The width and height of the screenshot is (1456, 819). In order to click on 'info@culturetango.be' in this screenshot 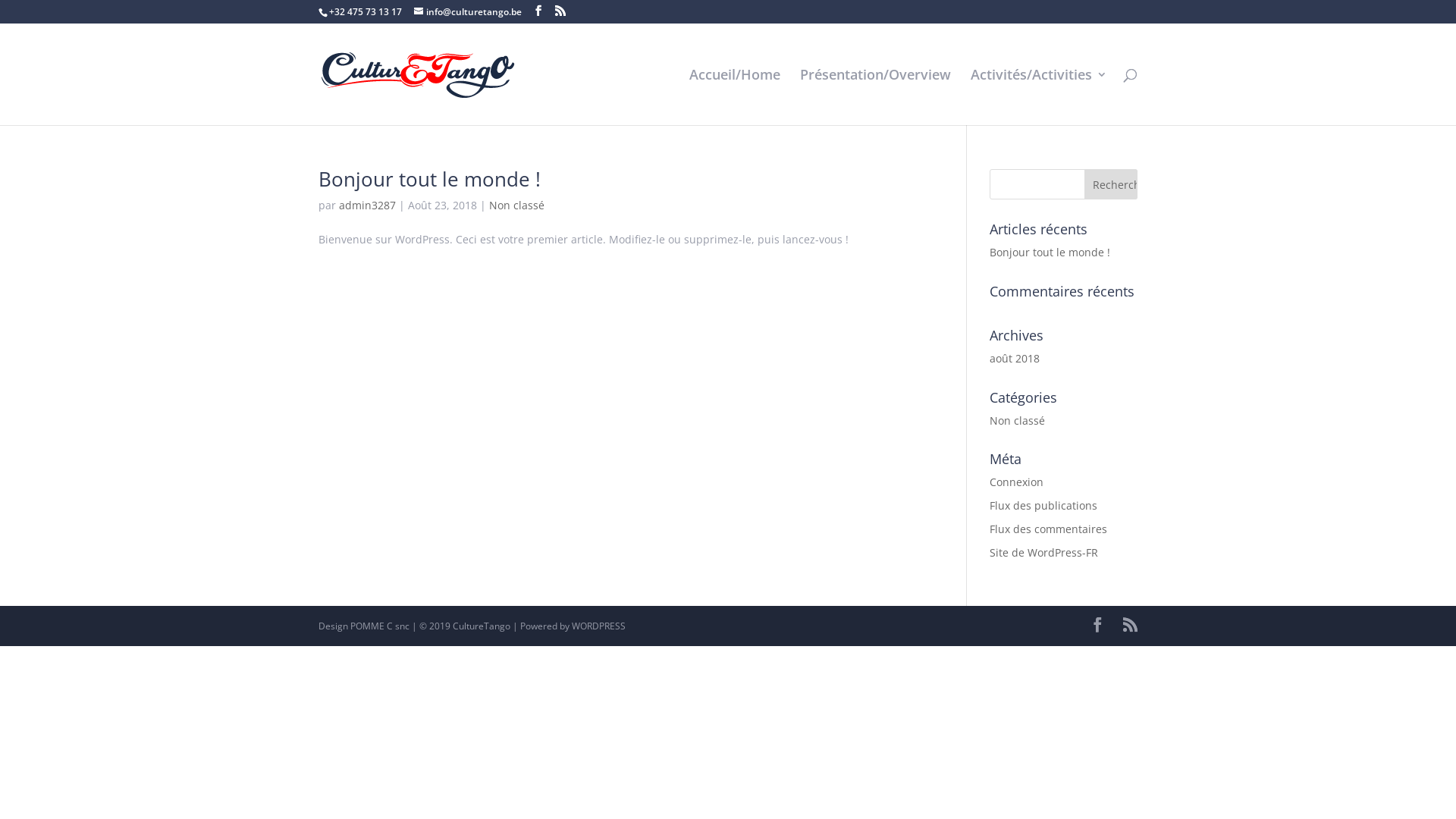, I will do `click(467, 11)`.